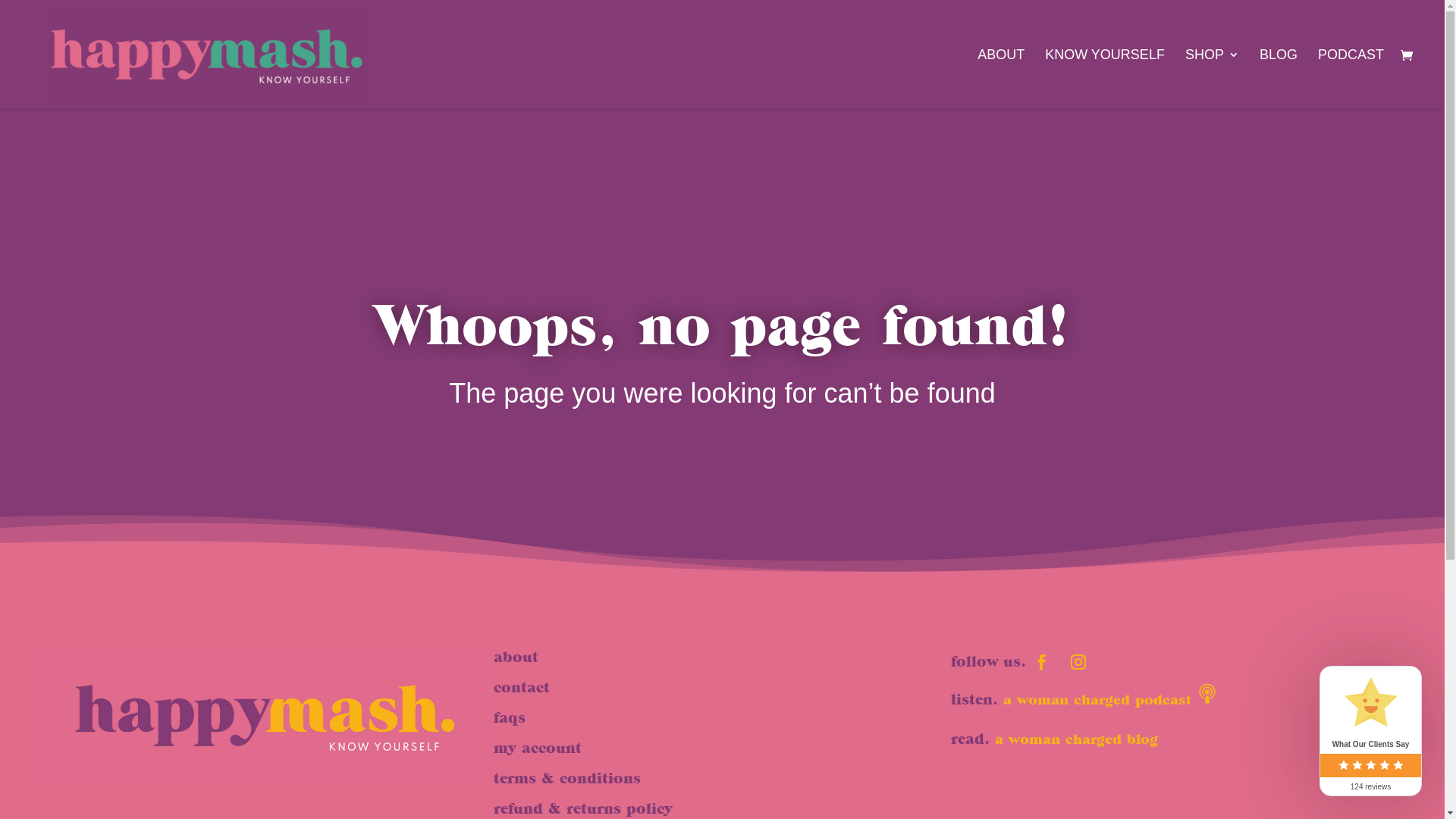 The height and width of the screenshot is (819, 1456). What do you see at coordinates (1105, 79) in the screenshot?
I see `'KNOW YOURSELF'` at bounding box center [1105, 79].